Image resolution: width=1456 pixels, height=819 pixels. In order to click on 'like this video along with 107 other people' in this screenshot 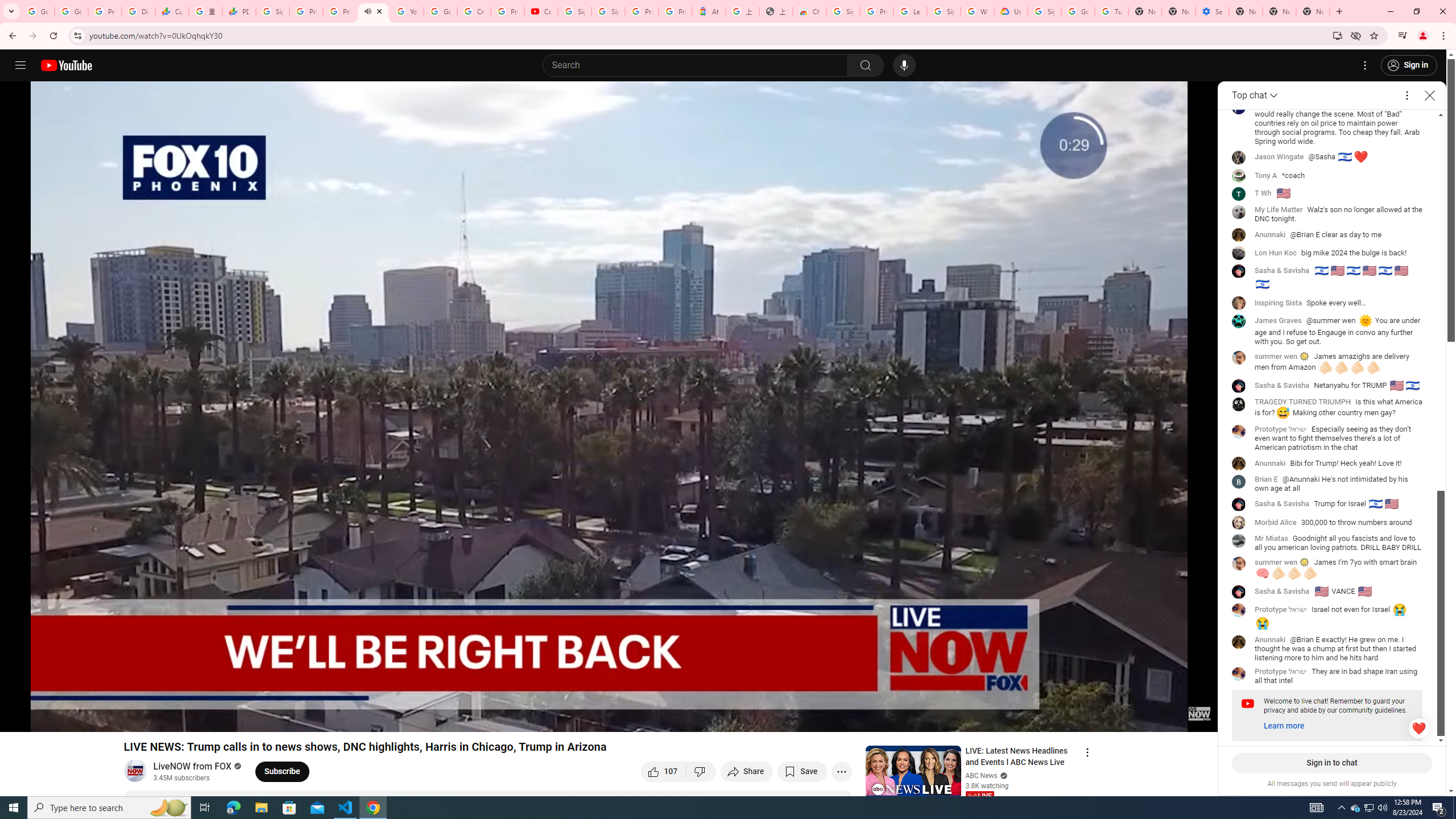, I will do `click(663, 771)`.